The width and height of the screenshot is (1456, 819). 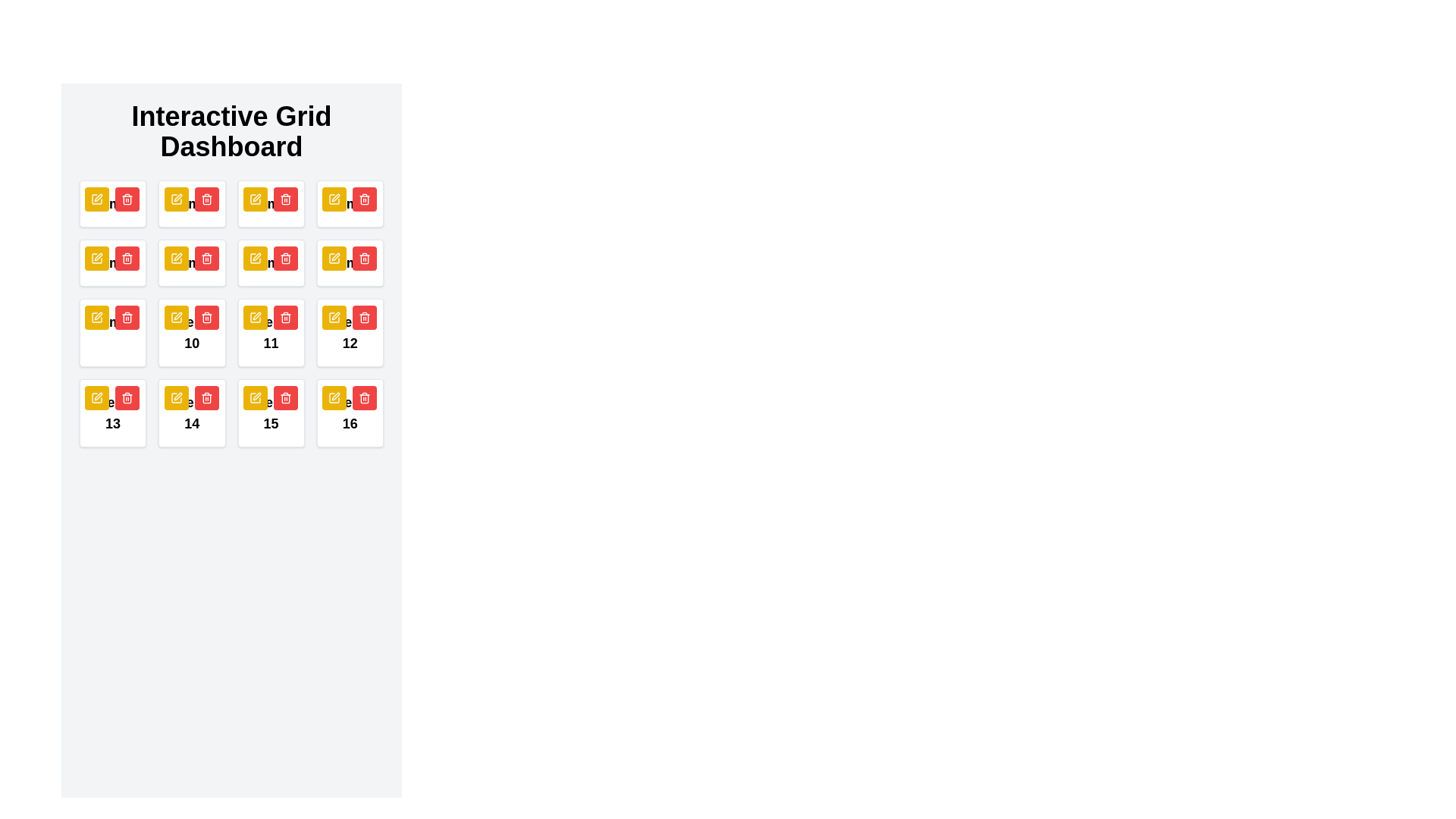 What do you see at coordinates (191, 413) in the screenshot?
I see `the card representing 'Item 14' in the 'Interactive Grid Dashboard', located in the second card of the bottom-most row` at bounding box center [191, 413].